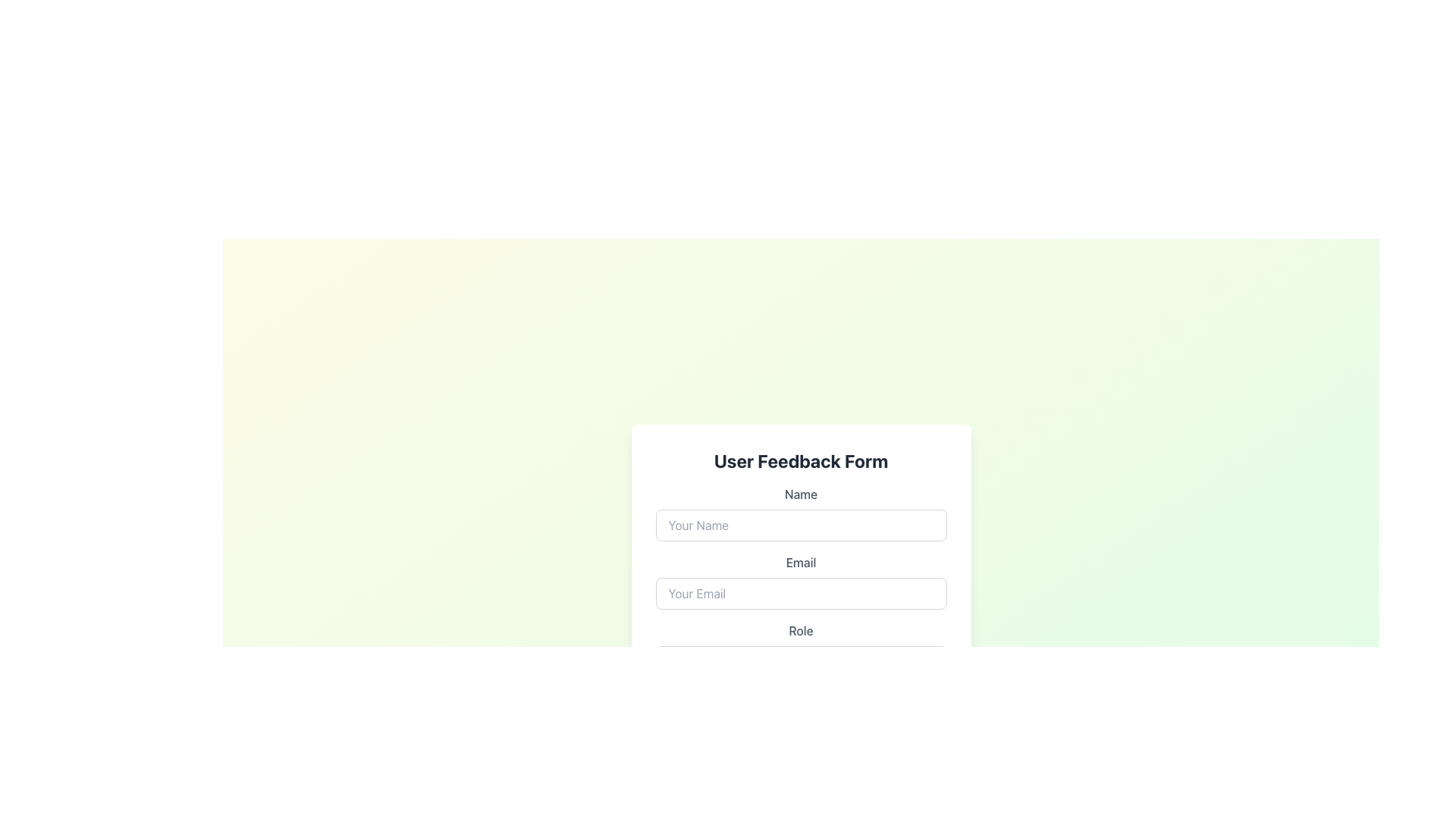 The height and width of the screenshot is (819, 1456). What do you see at coordinates (800, 460) in the screenshot?
I see `the 'User Feedback Form' header, which is a bold and prominent text at the top of the feedback form card` at bounding box center [800, 460].